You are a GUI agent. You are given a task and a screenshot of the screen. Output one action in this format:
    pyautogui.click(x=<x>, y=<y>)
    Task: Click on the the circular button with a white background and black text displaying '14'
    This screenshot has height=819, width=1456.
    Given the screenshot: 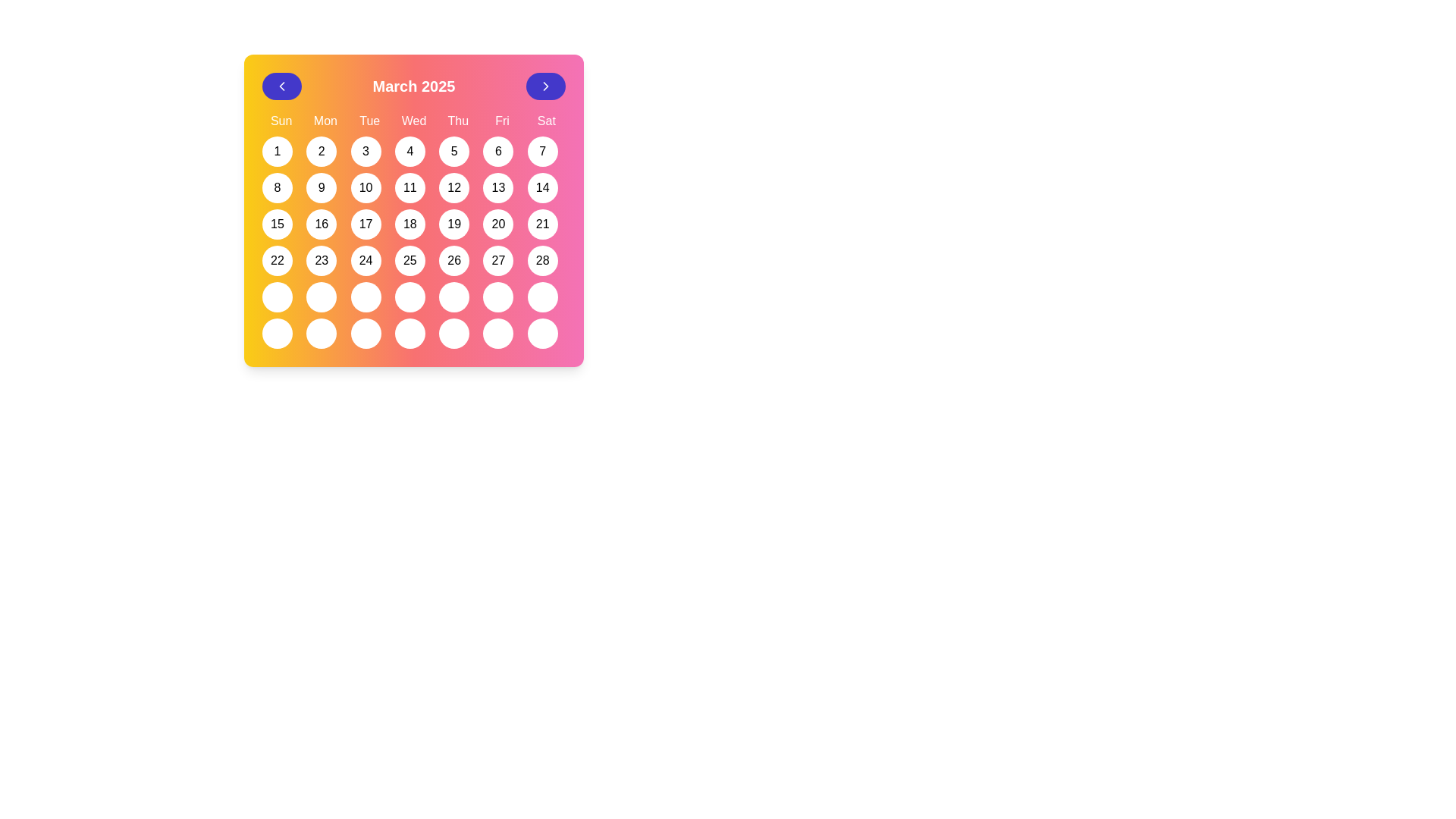 What is the action you would take?
    pyautogui.click(x=542, y=187)
    